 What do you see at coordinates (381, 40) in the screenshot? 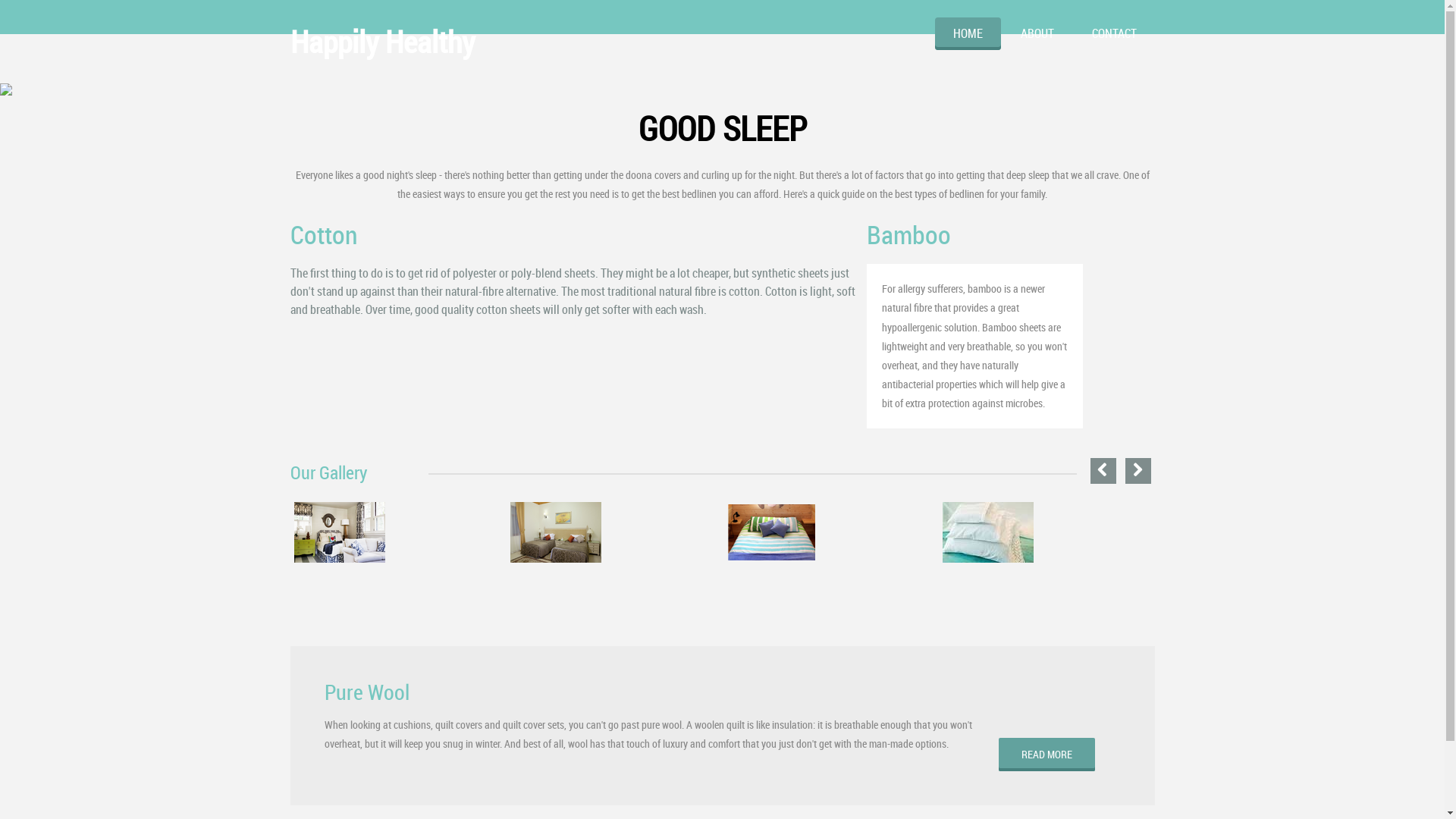
I see `'Happily Healthy'` at bounding box center [381, 40].